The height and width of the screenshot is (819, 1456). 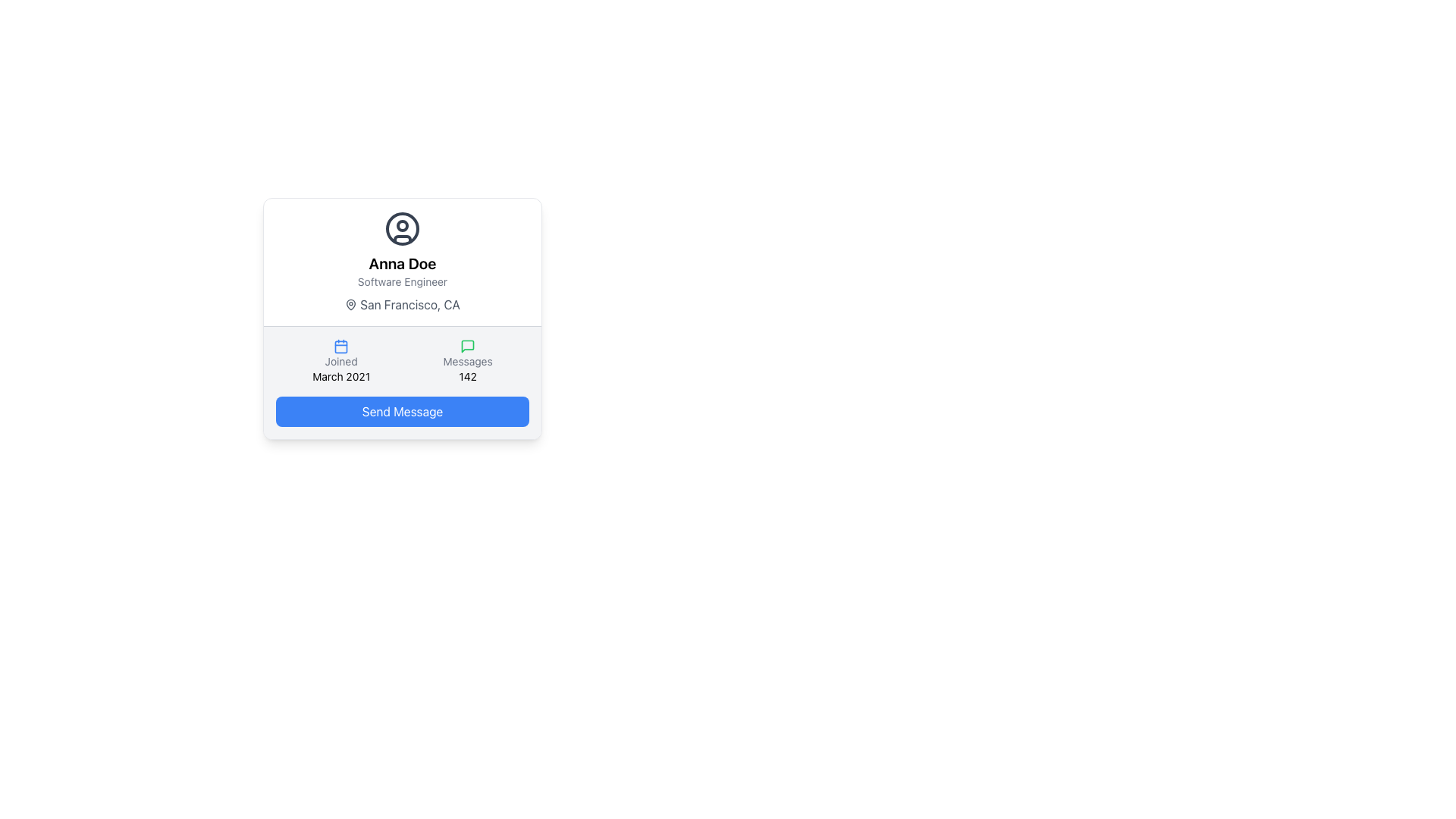 I want to click on the username or icon in the Profile Summary Component, which is located at the top section of a white card displaying user's basic profile information, so click(x=403, y=262).